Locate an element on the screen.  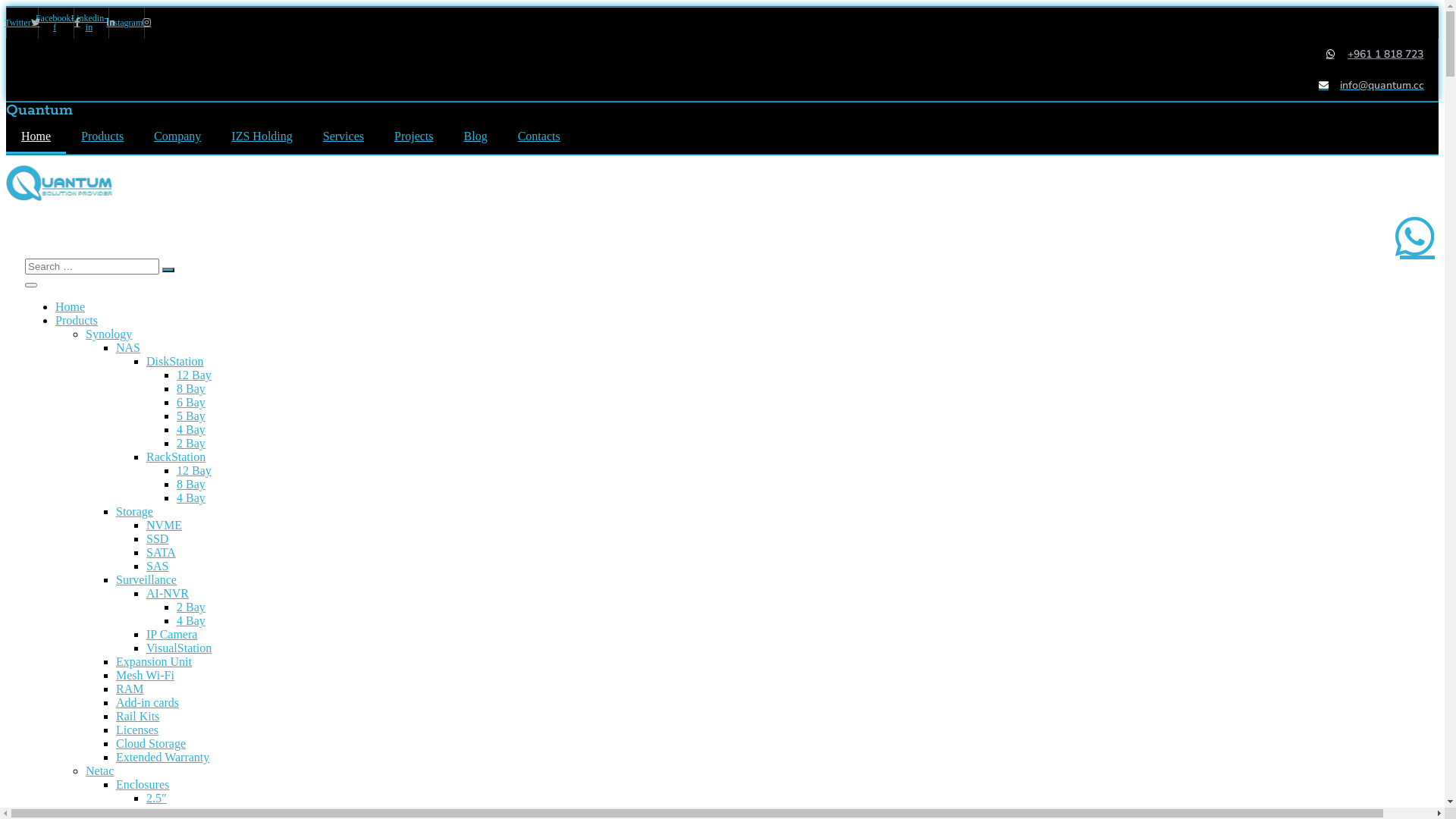
'Licenses' is located at coordinates (115, 729).